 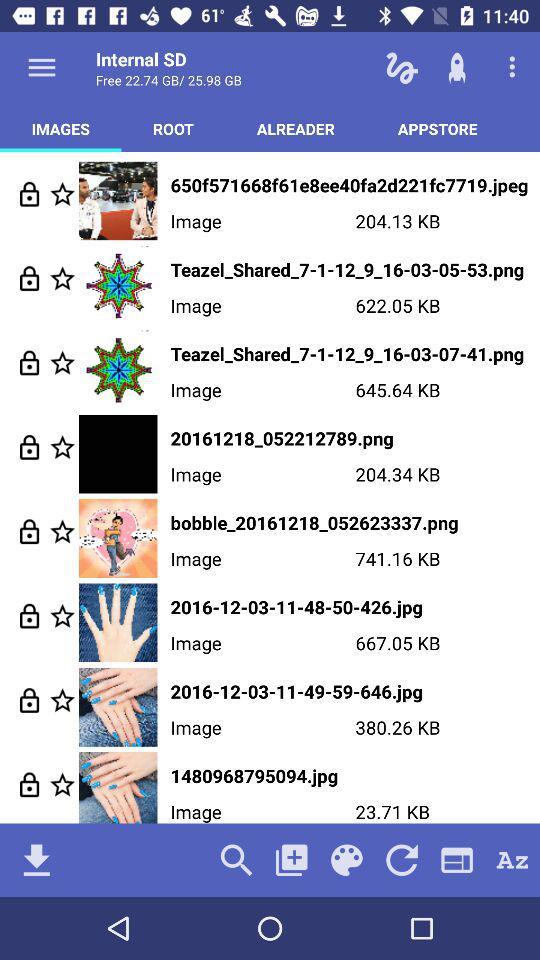 What do you see at coordinates (62, 615) in the screenshot?
I see `this image` at bounding box center [62, 615].